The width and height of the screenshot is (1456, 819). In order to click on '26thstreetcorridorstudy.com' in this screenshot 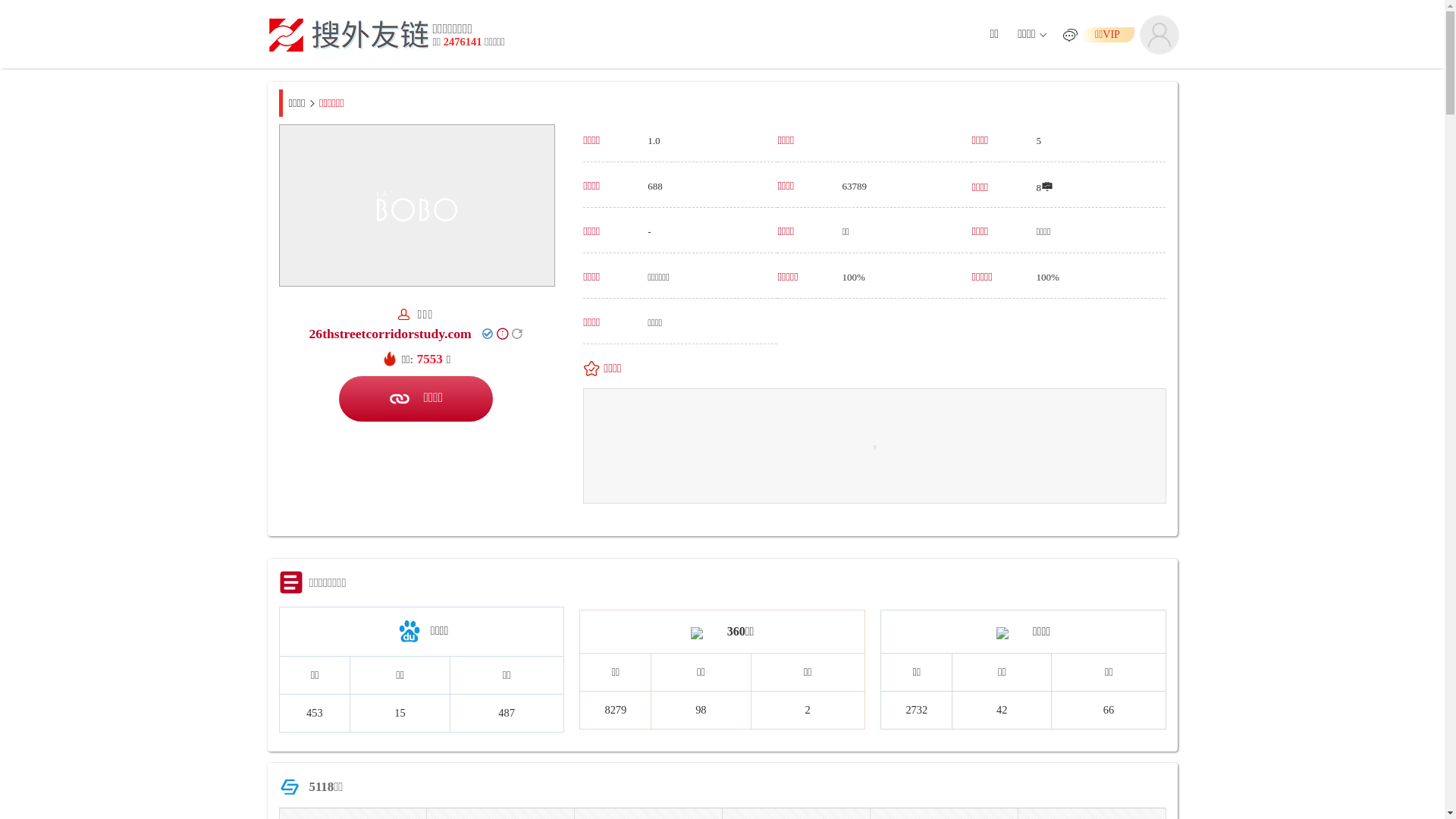, I will do `click(309, 332)`.